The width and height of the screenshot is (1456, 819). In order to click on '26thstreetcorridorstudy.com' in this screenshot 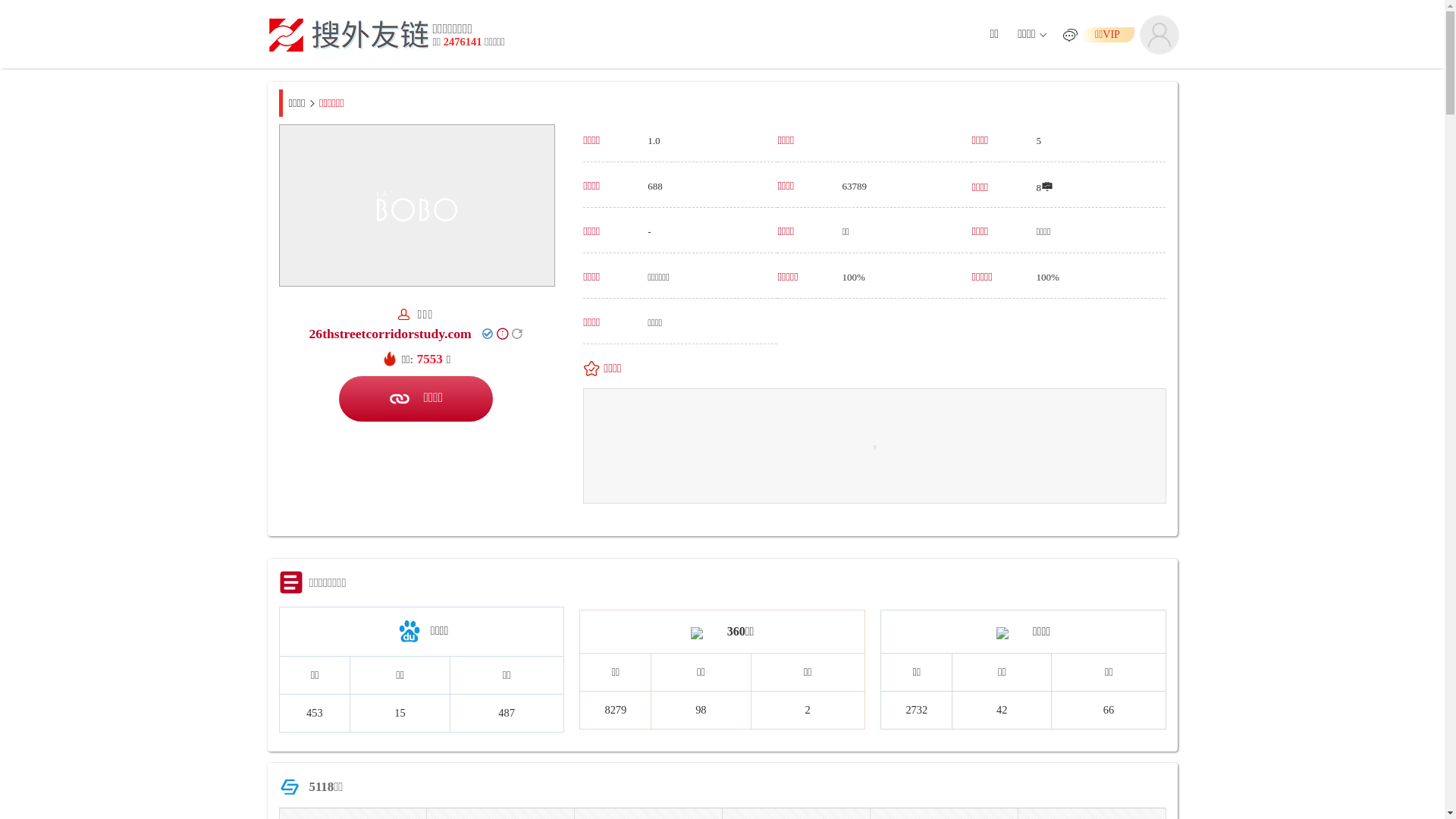, I will do `click(309, 332)`.